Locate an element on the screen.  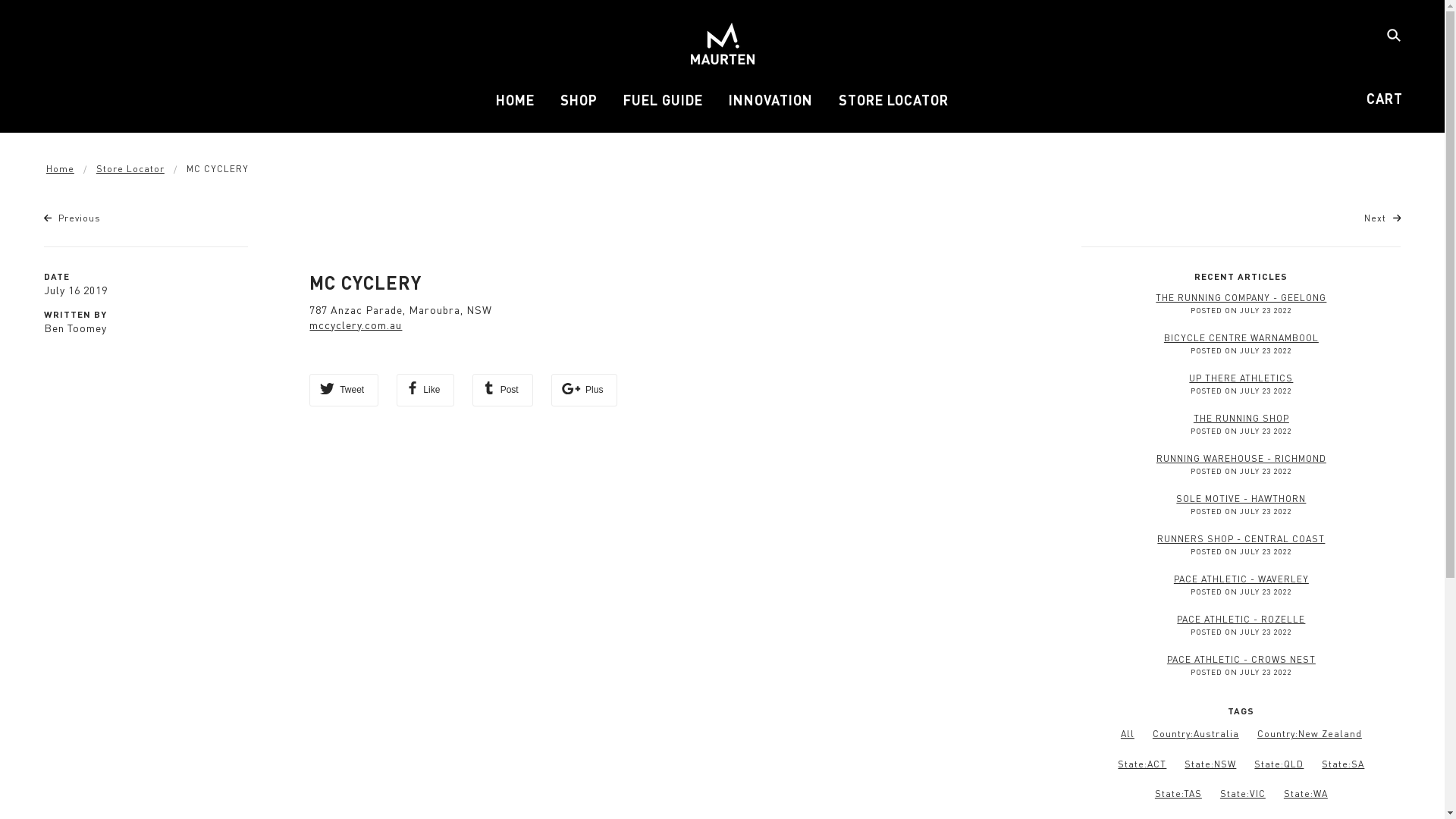
'Next' is located at coordinates (1382, 218).